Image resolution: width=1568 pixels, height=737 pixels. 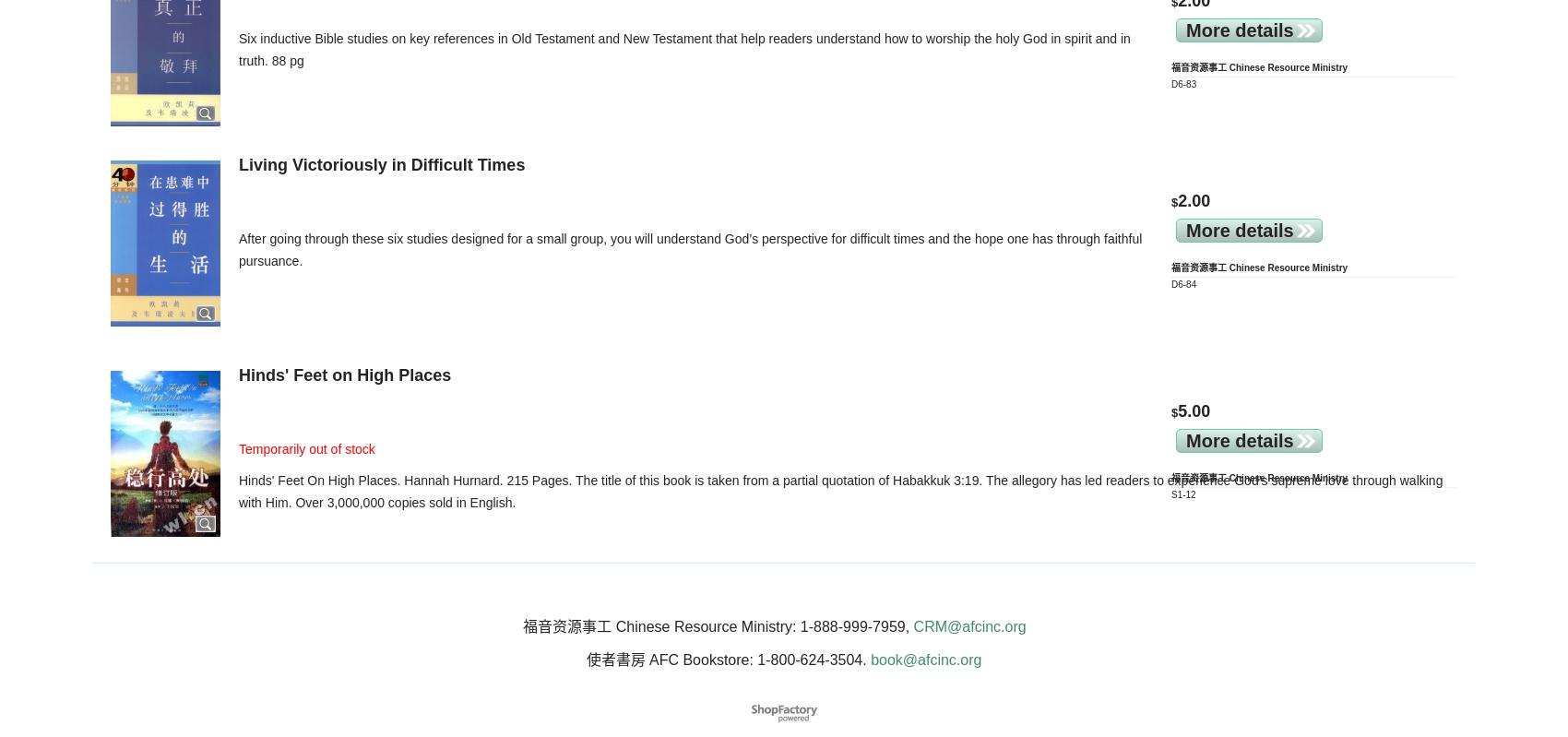 I want to click on 'D6-83', so click(x=1183, y=84).